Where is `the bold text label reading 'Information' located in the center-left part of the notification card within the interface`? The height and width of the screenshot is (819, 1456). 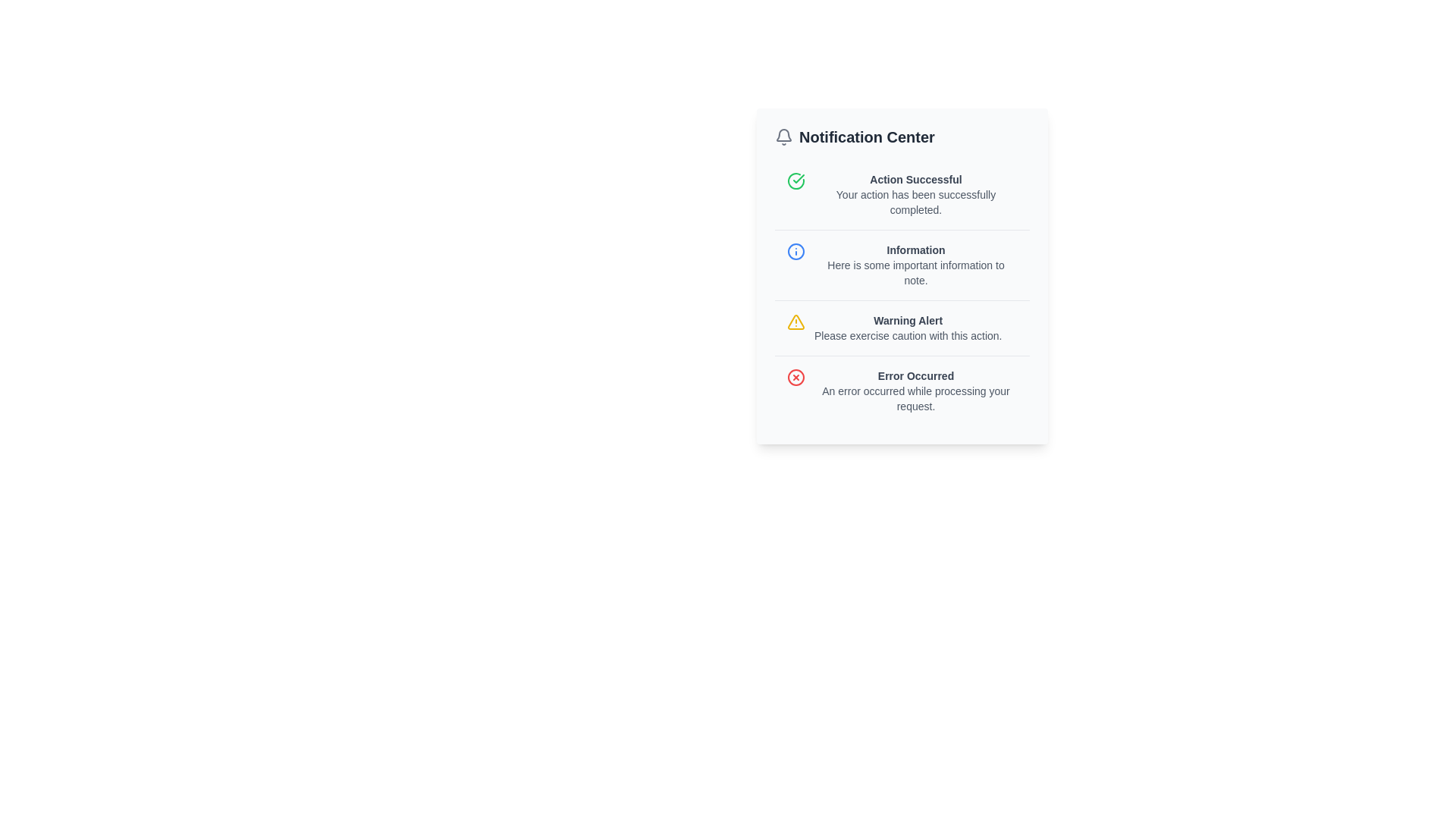
the bold text label reading 'Information' located in the center-left part of the notification card within the interface is located at coordinates (915, 249).